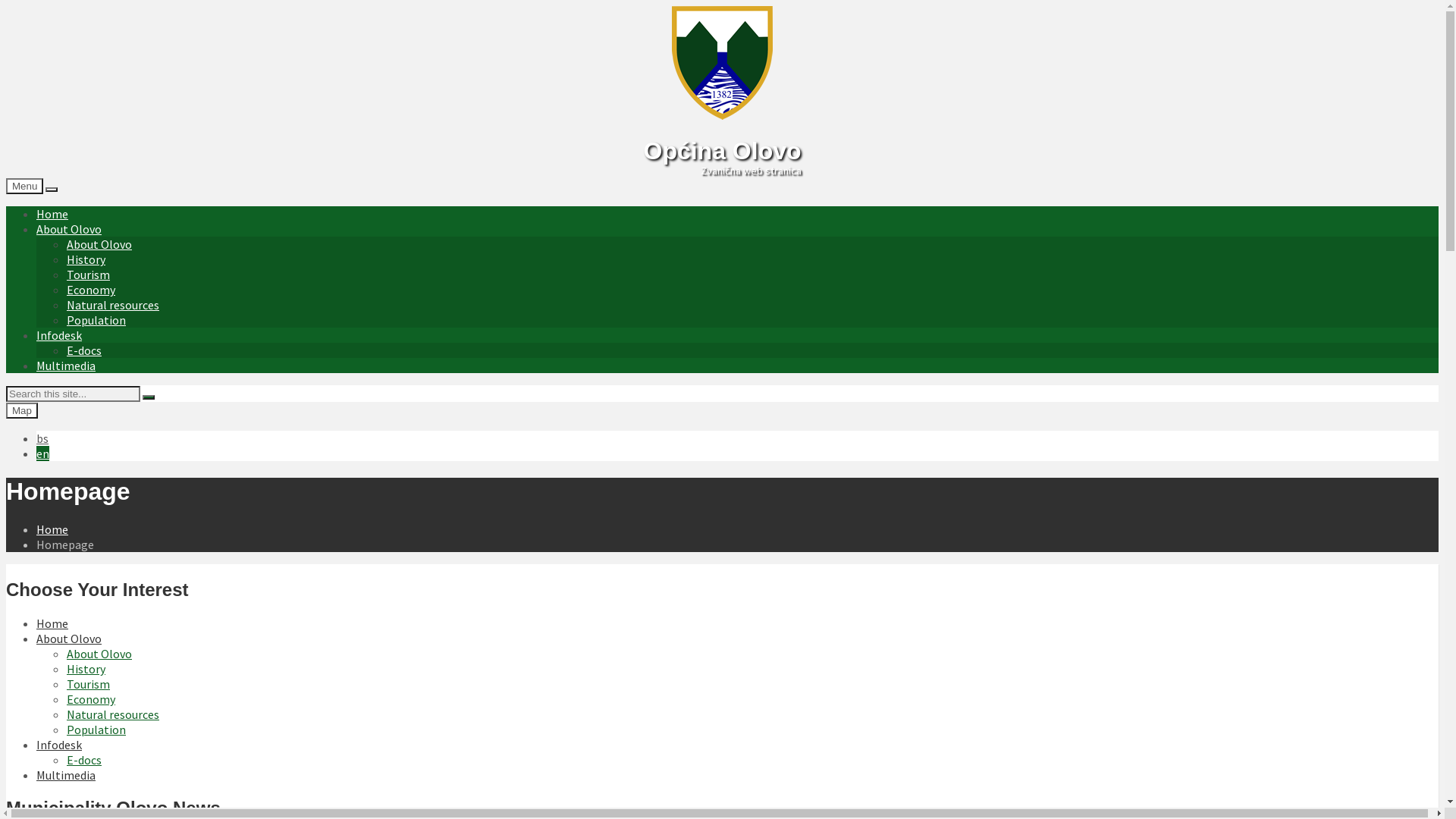 The width and height of the screenshot is (1456, 819). I want to click on 'Municipality Olovo News', so click(112, 807).